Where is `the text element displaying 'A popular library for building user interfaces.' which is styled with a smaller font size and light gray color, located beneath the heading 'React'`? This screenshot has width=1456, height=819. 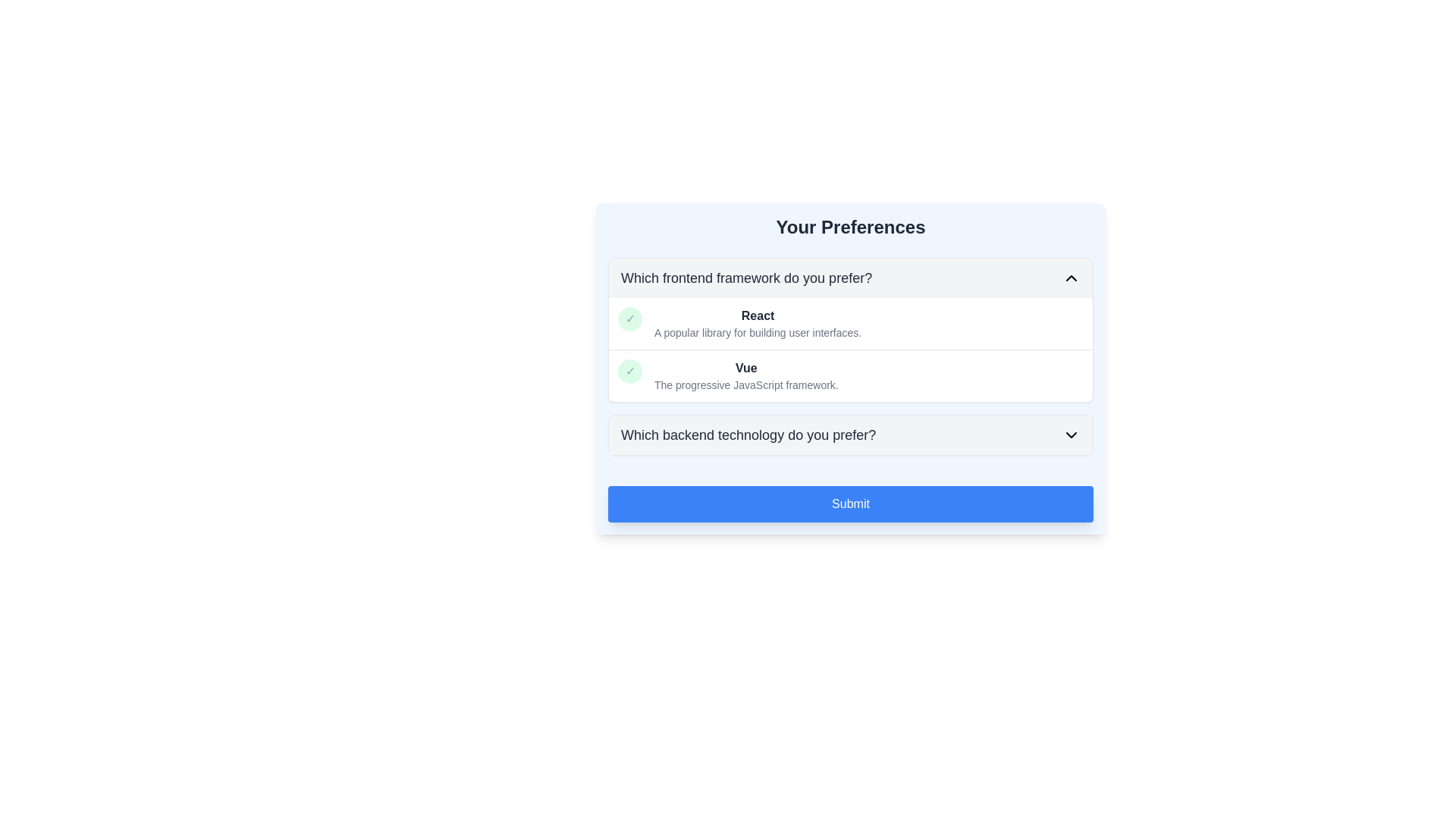
the text element displaying 'A popular library for building user interfaces.' which is styled with a smaller font size and light gray color, located beneath the heading 'React' is located at coordinates (758, 332).